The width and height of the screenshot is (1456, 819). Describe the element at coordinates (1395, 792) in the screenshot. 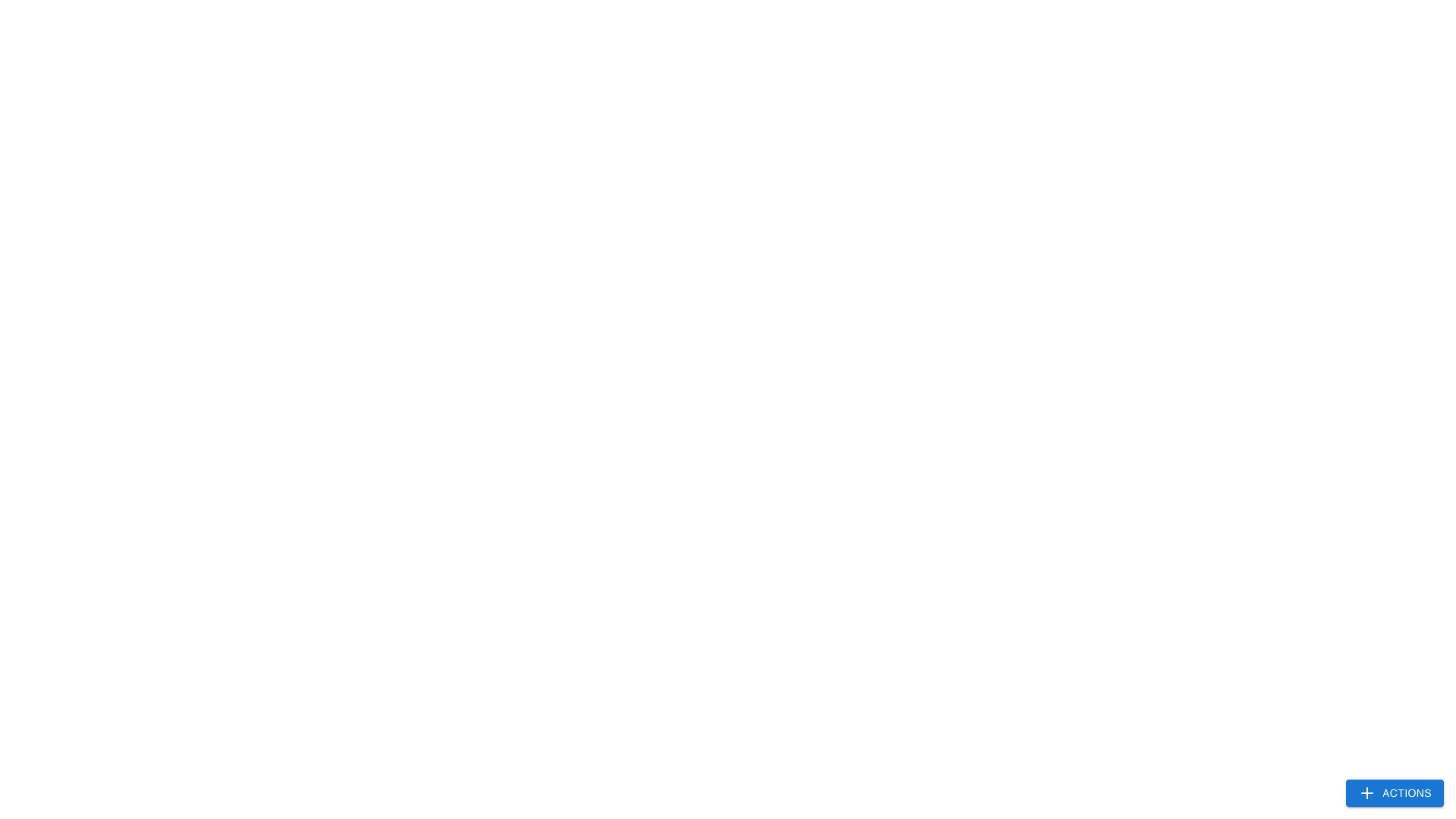

I see `the prominent floating button located at the bottom-right corner of the visible view to invoke an action` at that location.